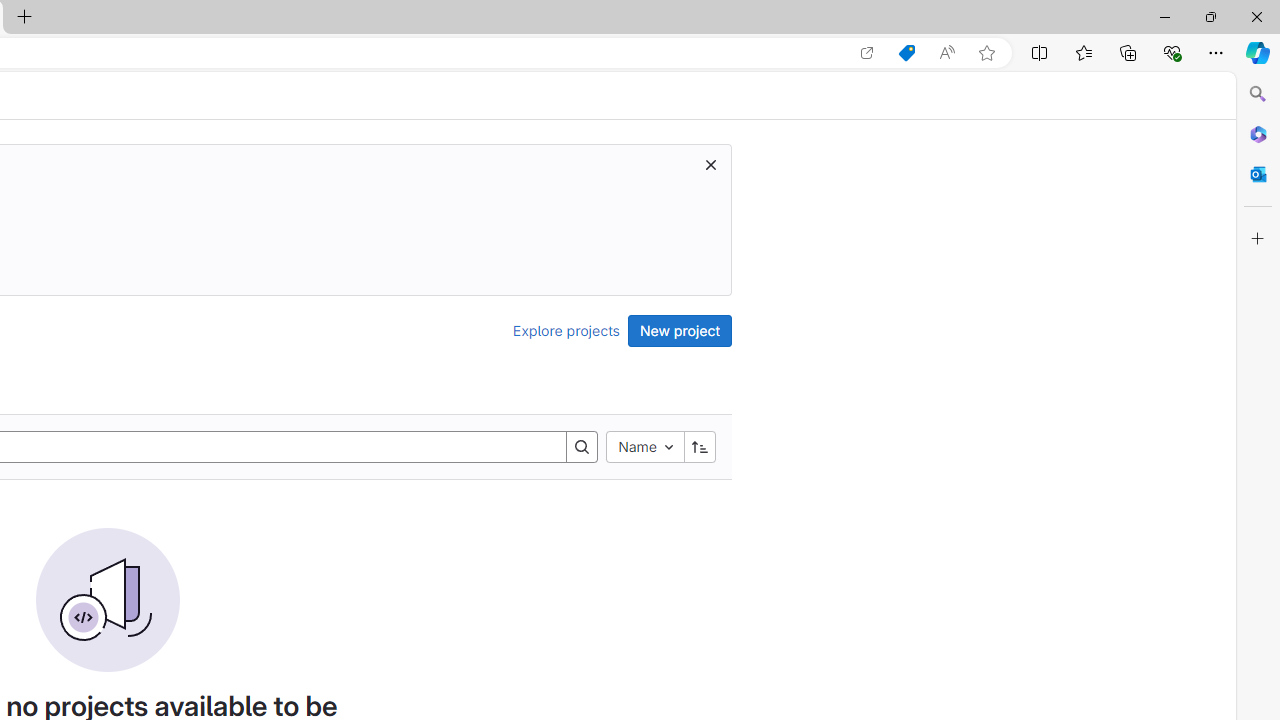 This screenshot has width=1280, height=720. Describe the element at coordinates (711, 163) in the screenshot. I see `'Class: s16 gl-icon gl-button-icon '` at that location.